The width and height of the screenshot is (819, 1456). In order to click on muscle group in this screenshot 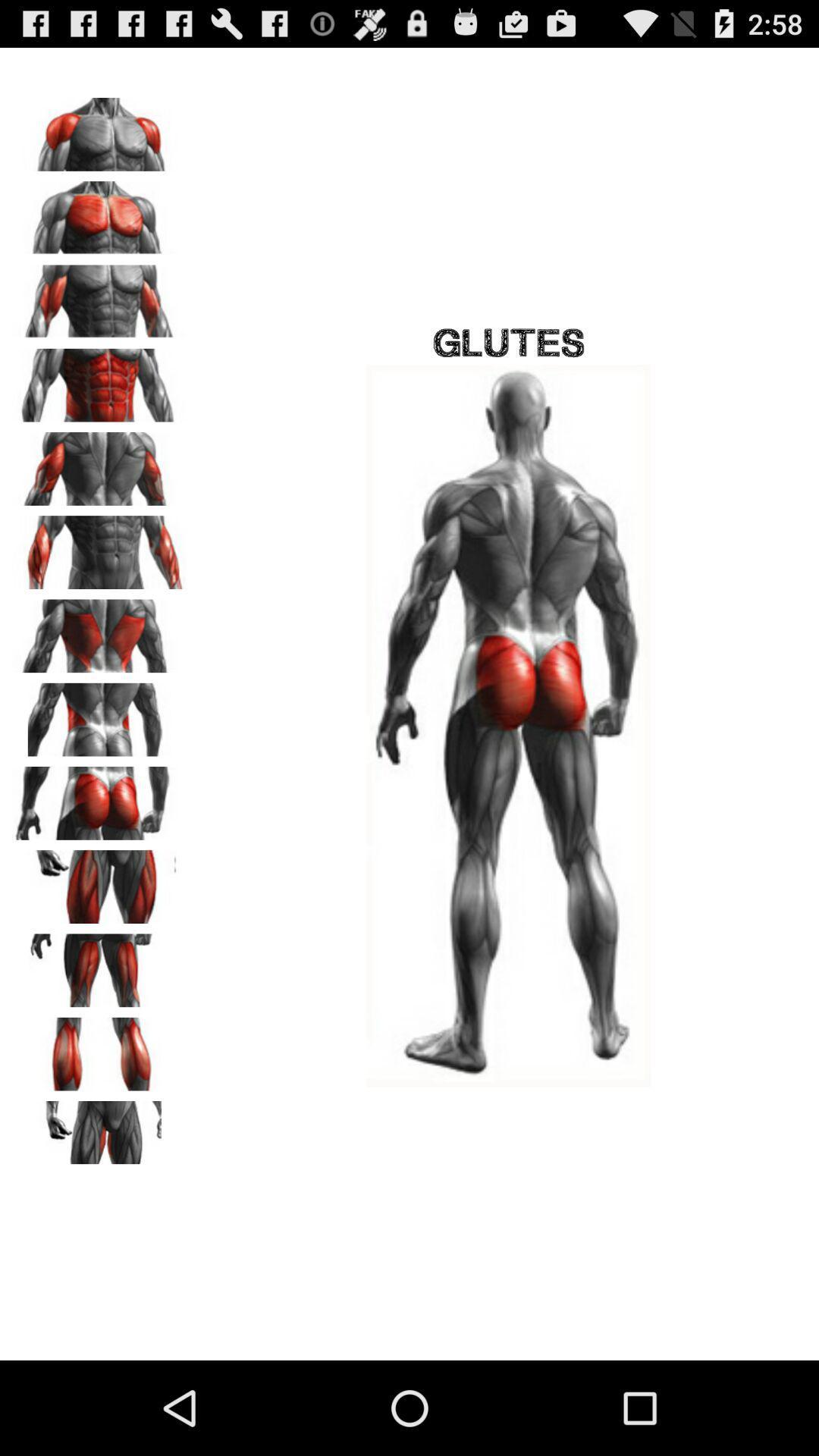, I will do `click(99, 1048)`.